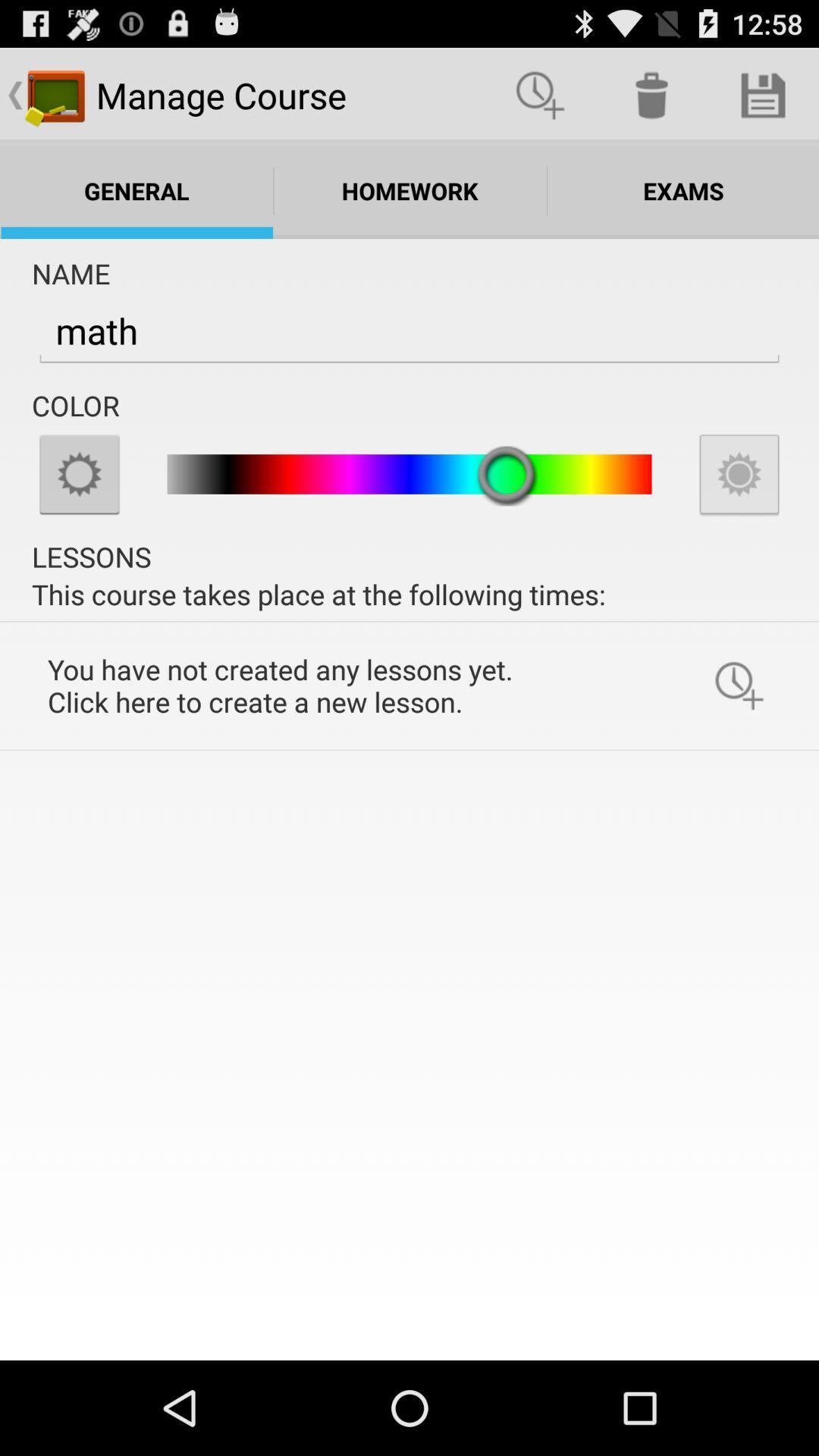 This screenshot has width=819, height=1456. What do you see at coordinates (739, 507) in the screenshot?
I see `the weather icon` at bounding box center [739, 507].